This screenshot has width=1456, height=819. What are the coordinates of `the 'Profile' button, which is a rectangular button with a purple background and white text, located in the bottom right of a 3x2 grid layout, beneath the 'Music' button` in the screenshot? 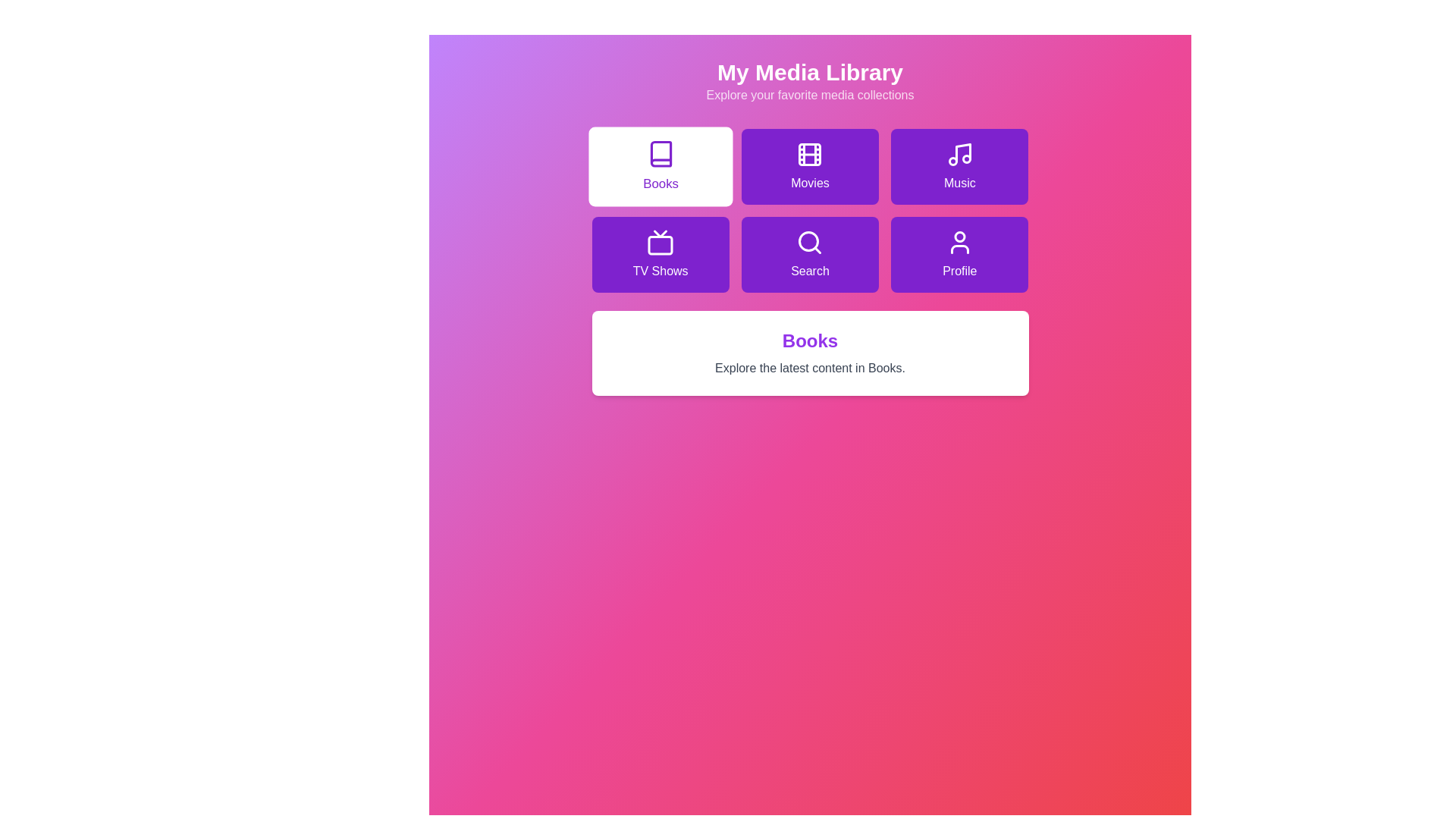 It's located at (959, 253).